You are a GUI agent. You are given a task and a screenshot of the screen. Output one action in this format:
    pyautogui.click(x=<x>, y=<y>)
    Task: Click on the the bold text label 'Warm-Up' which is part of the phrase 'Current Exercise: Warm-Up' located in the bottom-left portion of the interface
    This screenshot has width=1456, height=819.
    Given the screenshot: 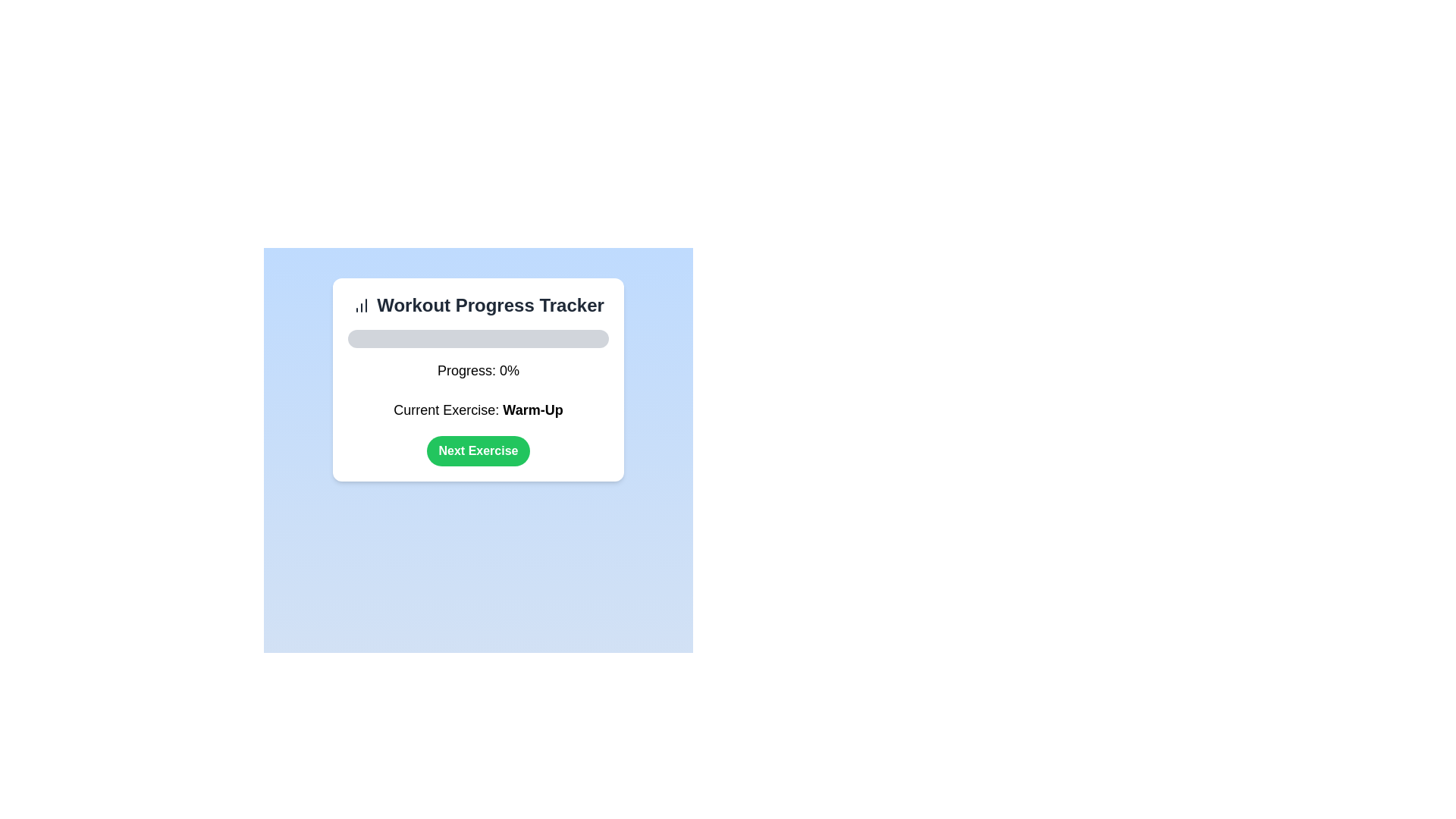 What is the action you would take?
    pyautogui.click(x=533, y=409)
    